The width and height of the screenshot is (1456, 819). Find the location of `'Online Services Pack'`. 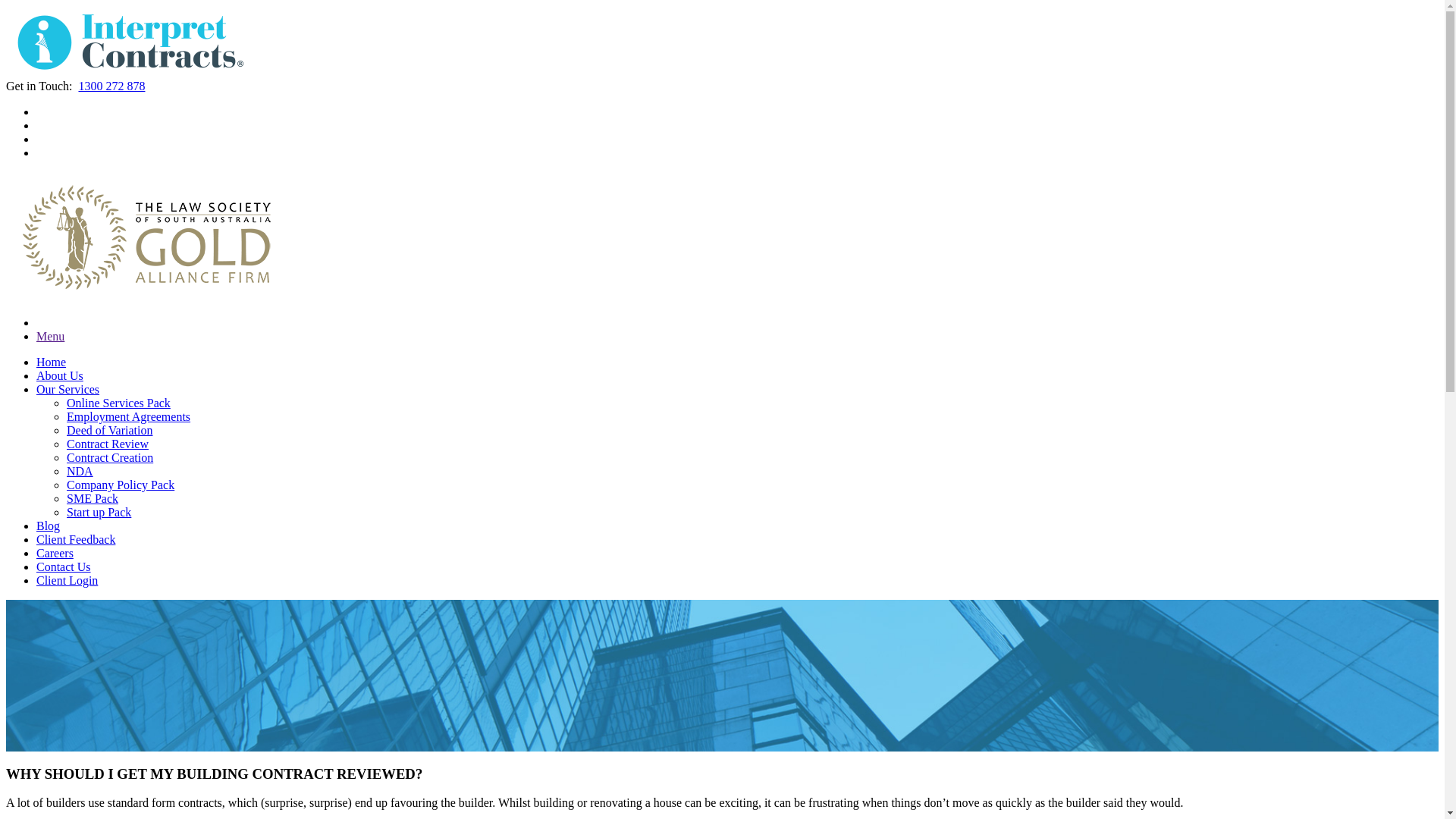

'Online Services Pack' is located at coordinates (118, 402).